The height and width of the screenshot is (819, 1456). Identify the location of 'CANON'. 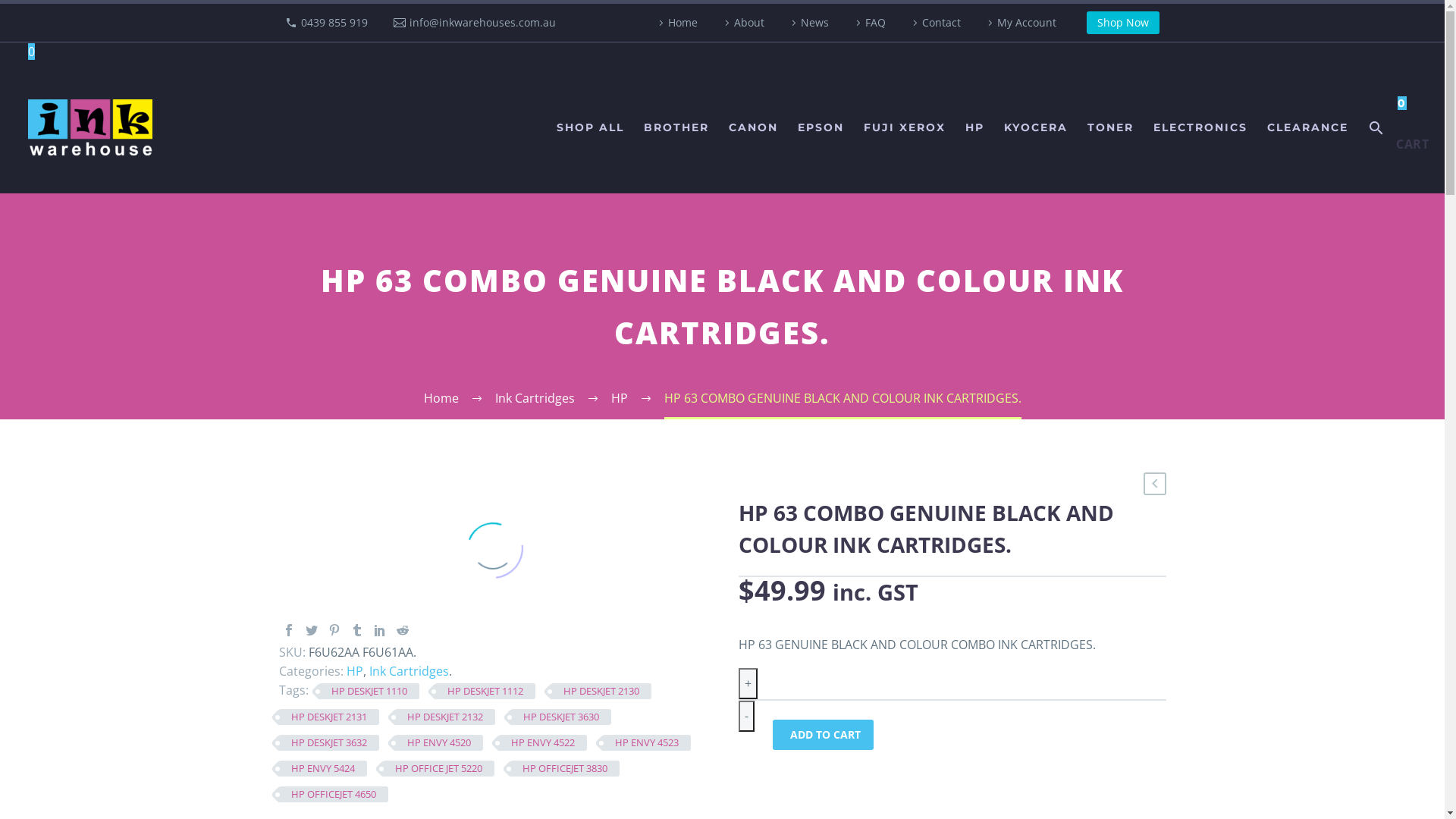
(720, 127).